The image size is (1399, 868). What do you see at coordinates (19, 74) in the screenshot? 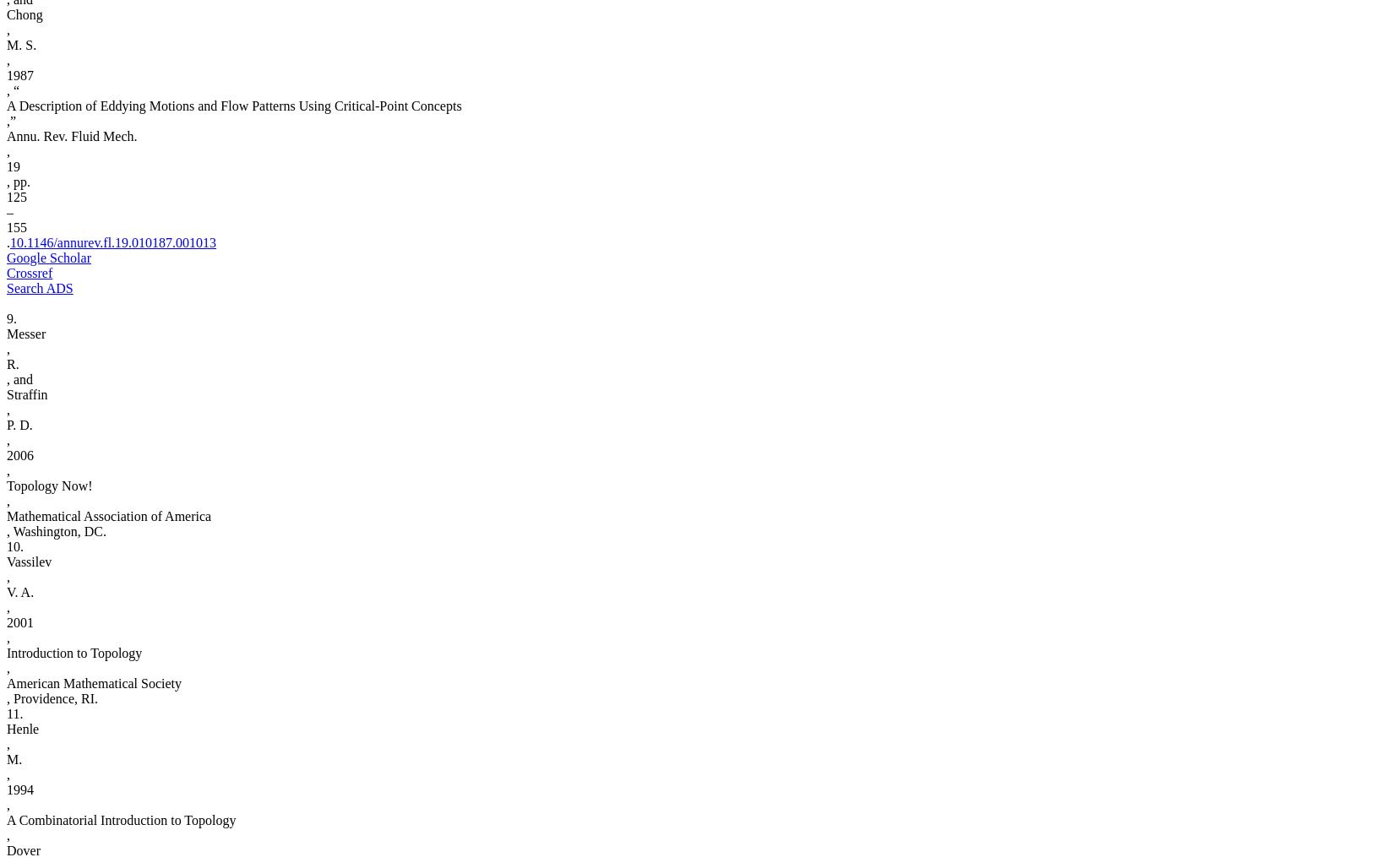
I see `'1987'` at bounding box center [19, 74].